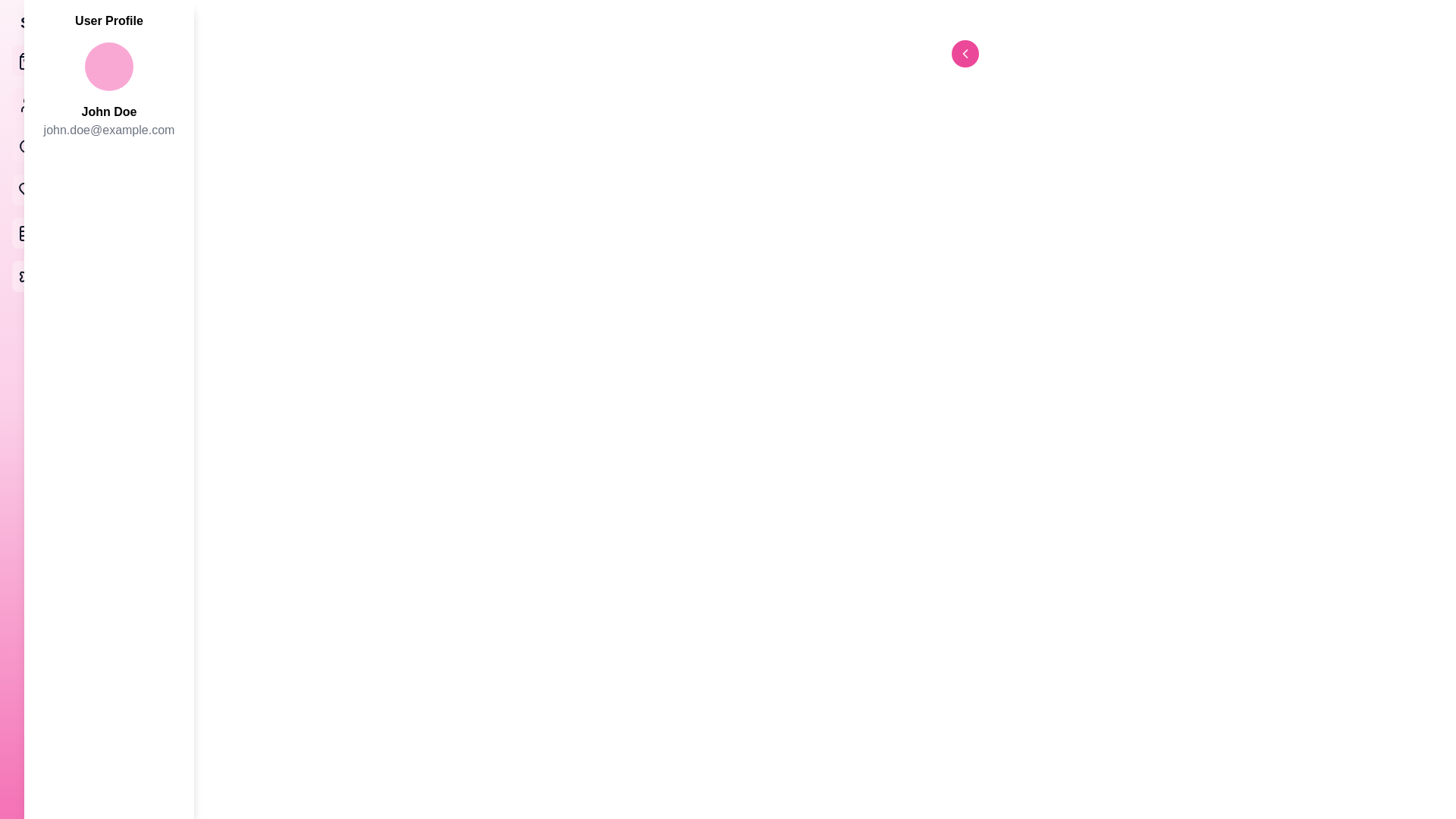 Image resolution: width=1456 pixels, height=819 pixels. I want to click on text content 'John Doe' from the Text Display element located vertically under the circular avatar icon, so click(108, 111).